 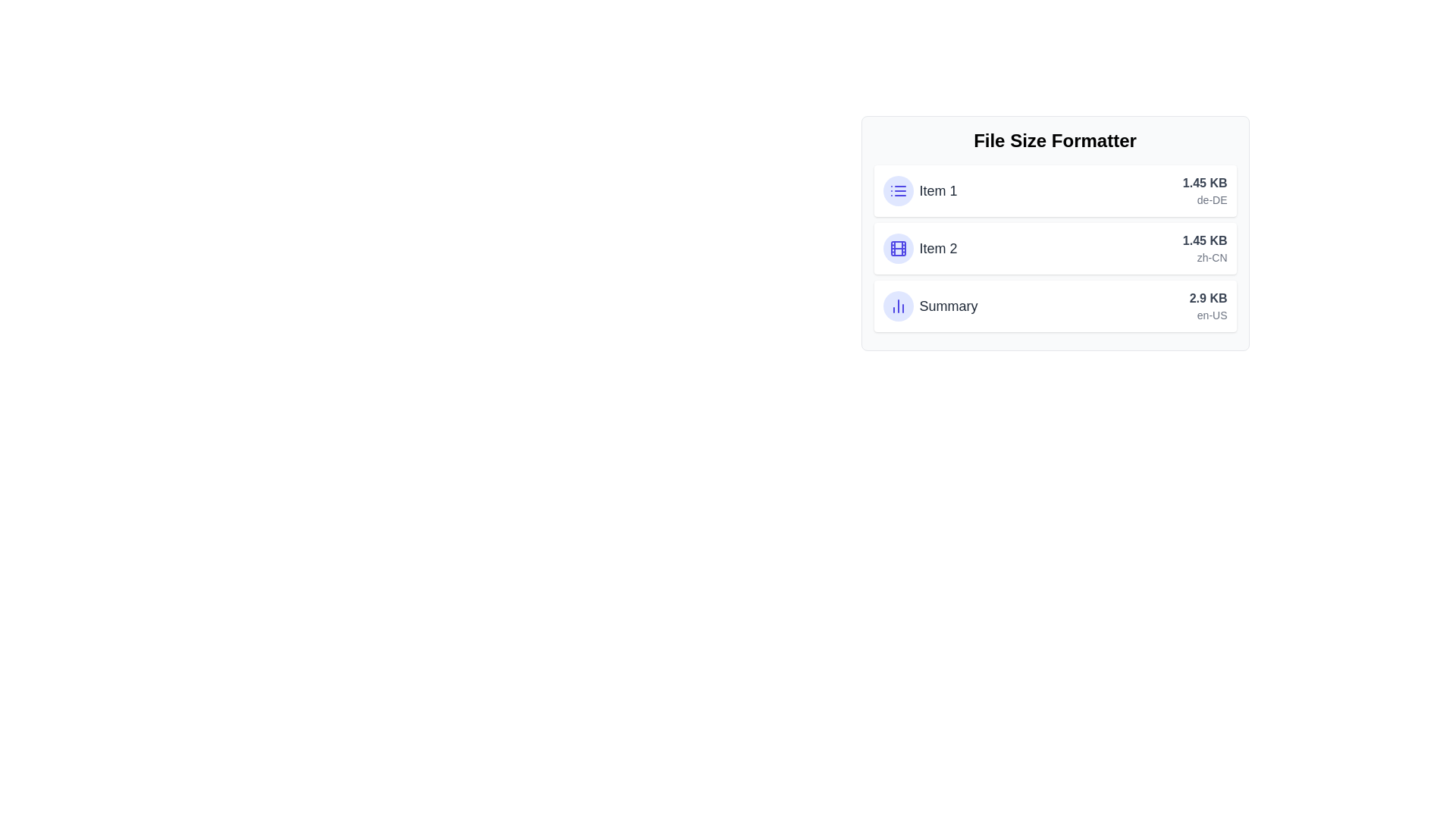 I want to click on the vertical bar chart icon with thin indigo lines located at the center of a circular button in the bottom-right section of the 'File Size Formatter' panel, next to the 'Summary' text, so click(x=898, y=306).